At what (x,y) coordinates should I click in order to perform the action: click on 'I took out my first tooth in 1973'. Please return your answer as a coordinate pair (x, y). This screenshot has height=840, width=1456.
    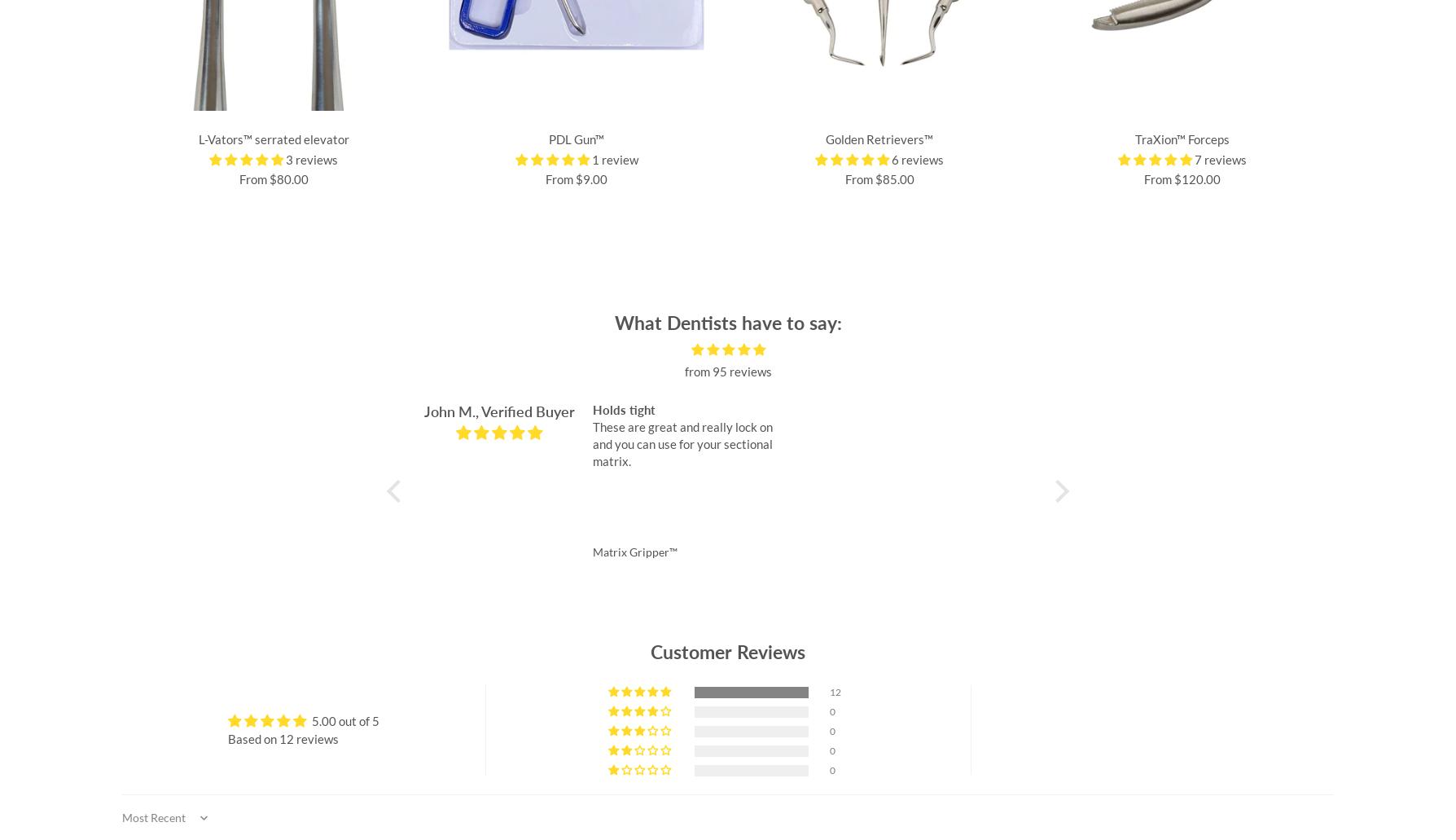
    Looking at the image, I should click on (1318, 410).